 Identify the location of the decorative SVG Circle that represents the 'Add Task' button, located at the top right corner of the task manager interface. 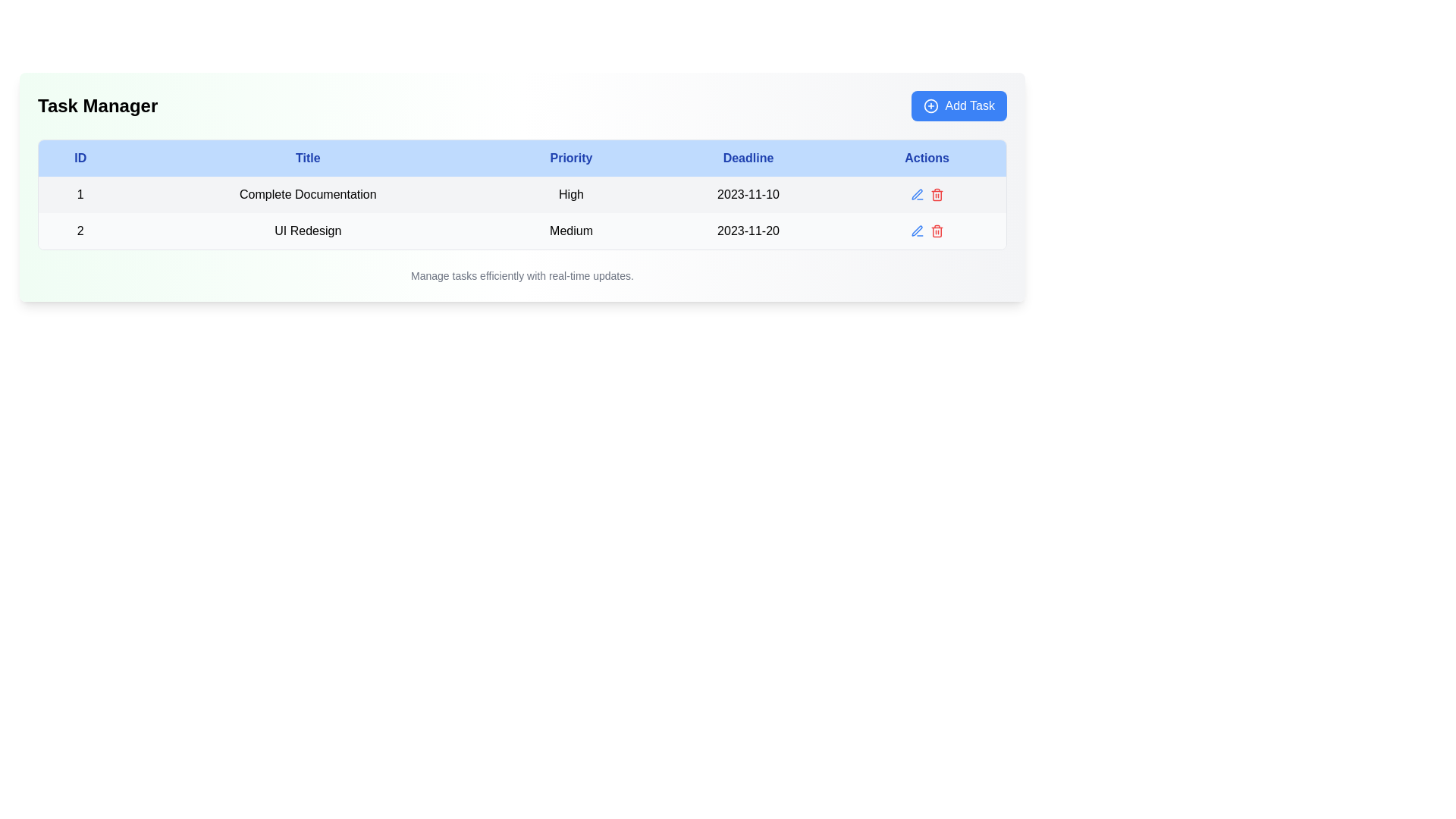
(930, 105).